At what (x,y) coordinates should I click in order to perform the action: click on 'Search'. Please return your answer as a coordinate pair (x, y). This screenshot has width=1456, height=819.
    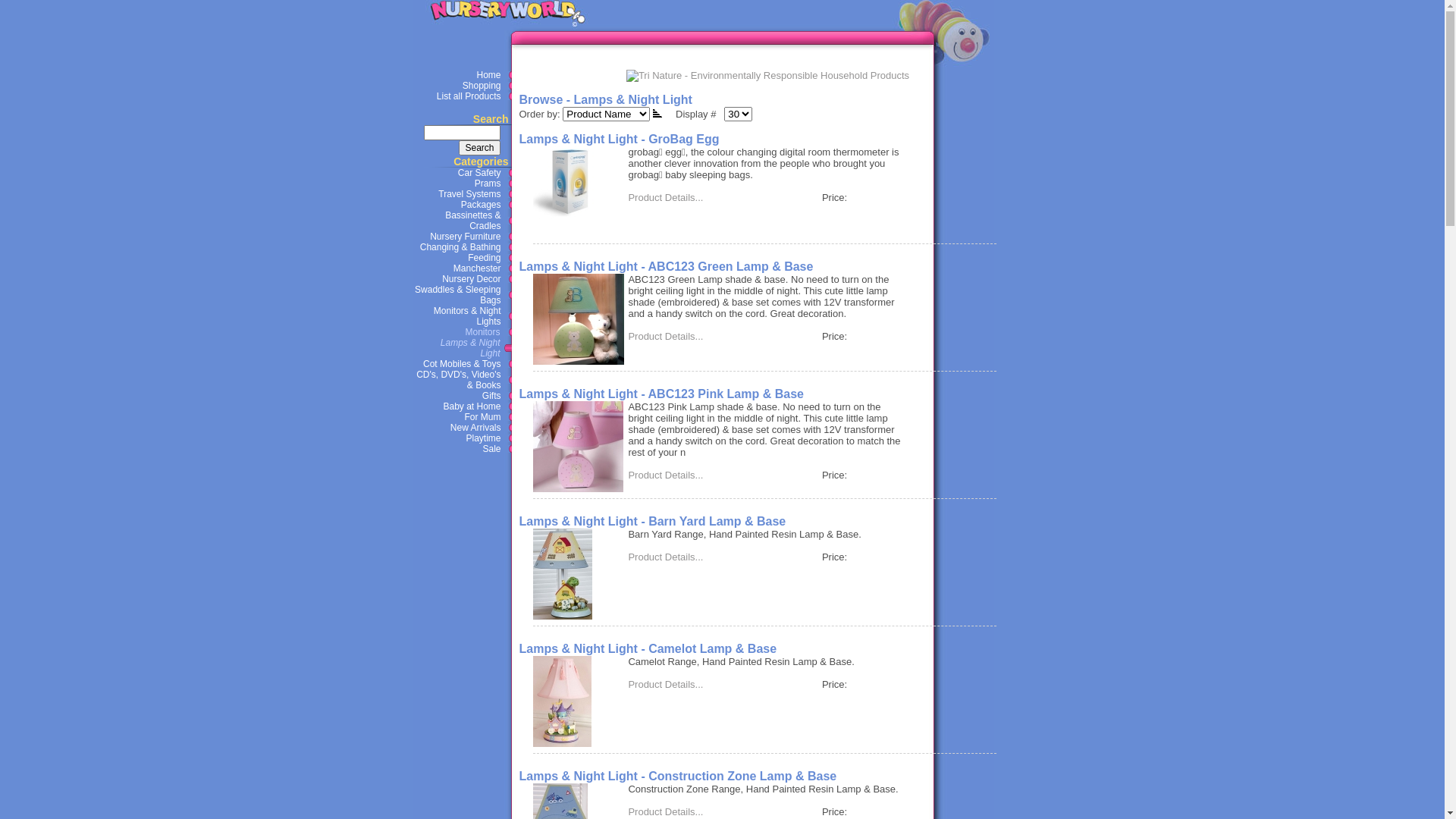
    Looking at the image, I should click on (460, 131).